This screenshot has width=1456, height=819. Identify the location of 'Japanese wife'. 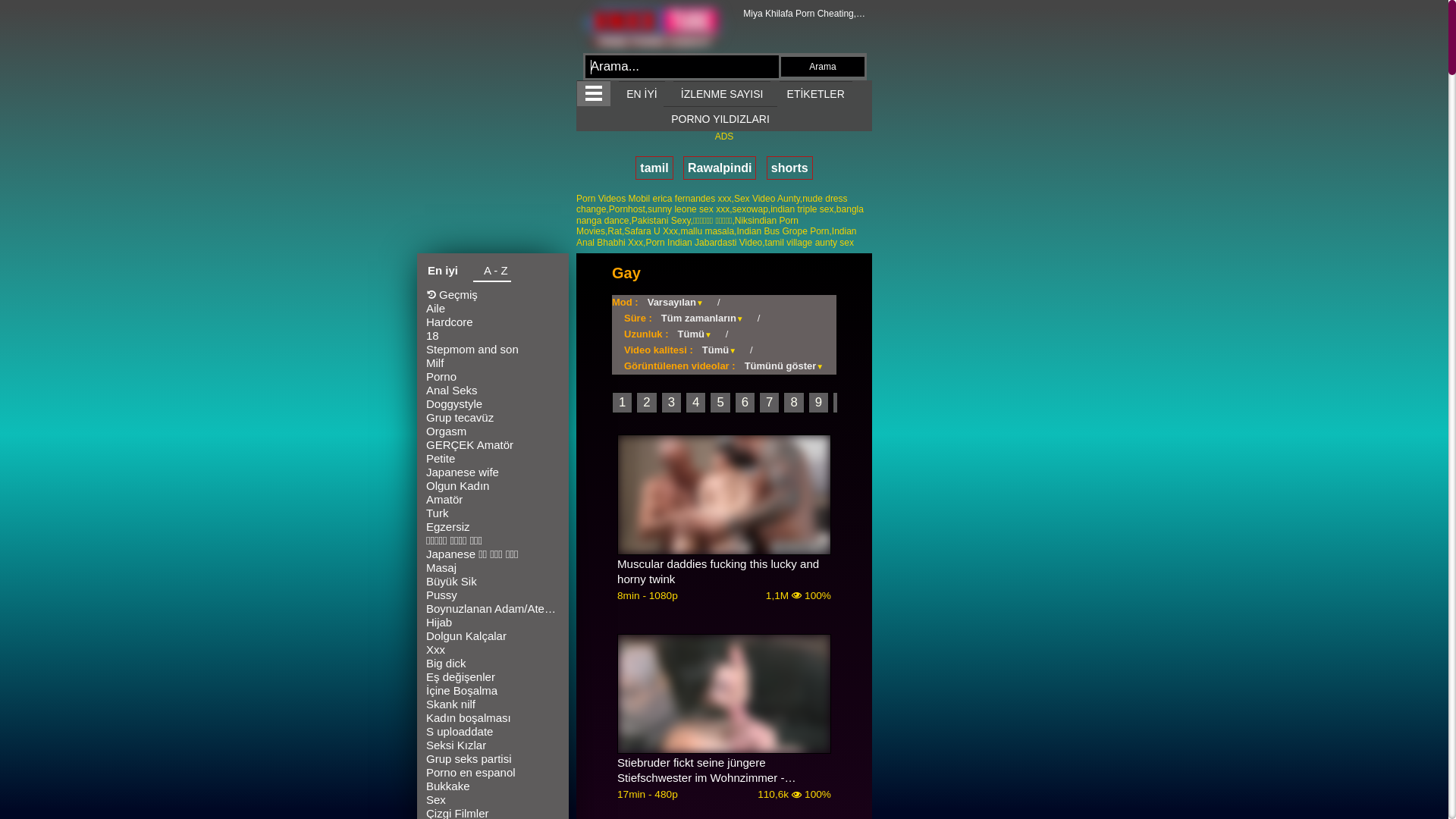
(492, 472).